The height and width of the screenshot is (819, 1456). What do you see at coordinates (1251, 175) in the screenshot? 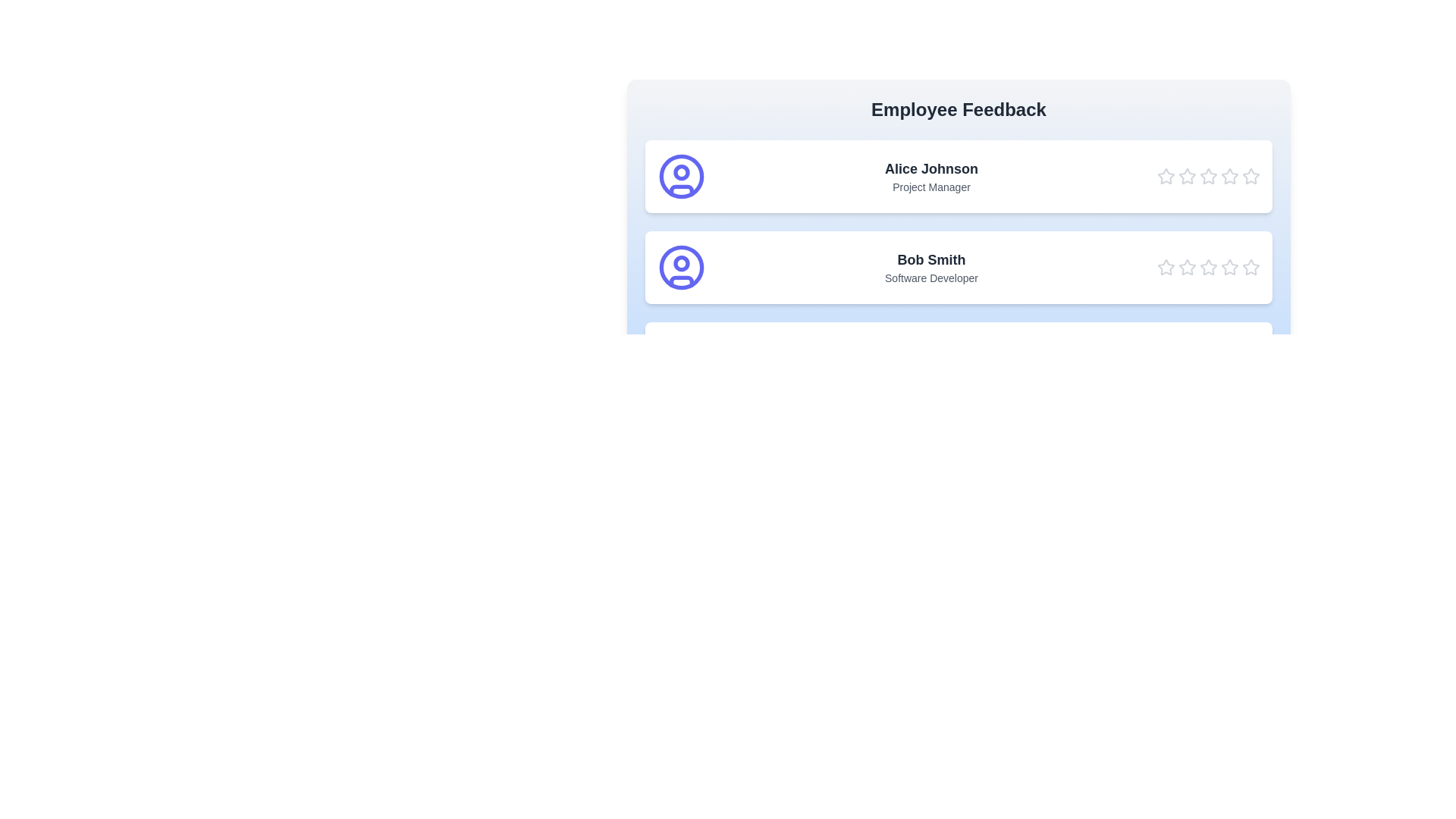
I see `the star corresponding to 5 stars for the employee Alice Johnson` at bounding box center [1251, 175].